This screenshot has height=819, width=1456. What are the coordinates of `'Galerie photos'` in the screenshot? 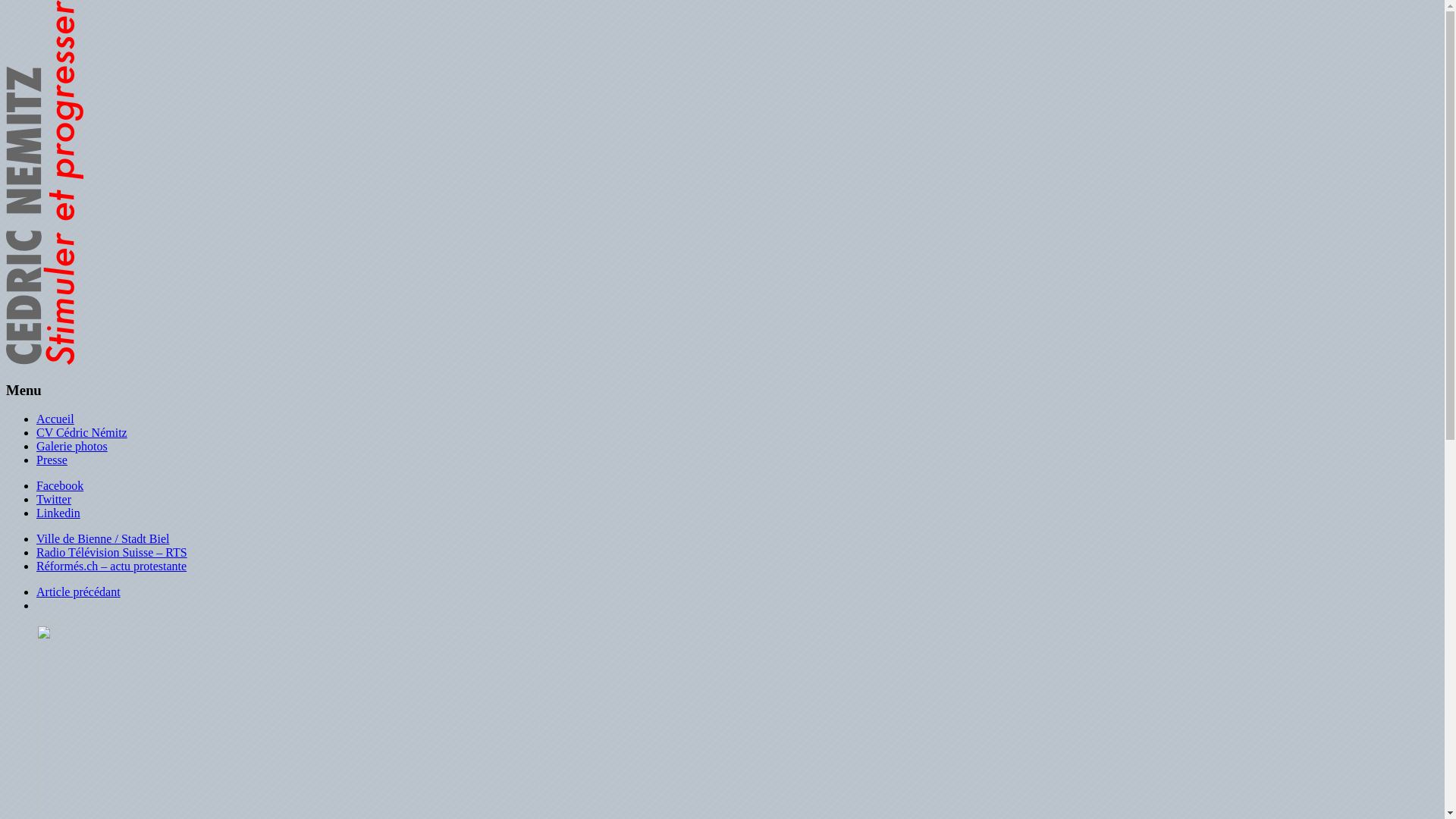 It's located at (71, 445).